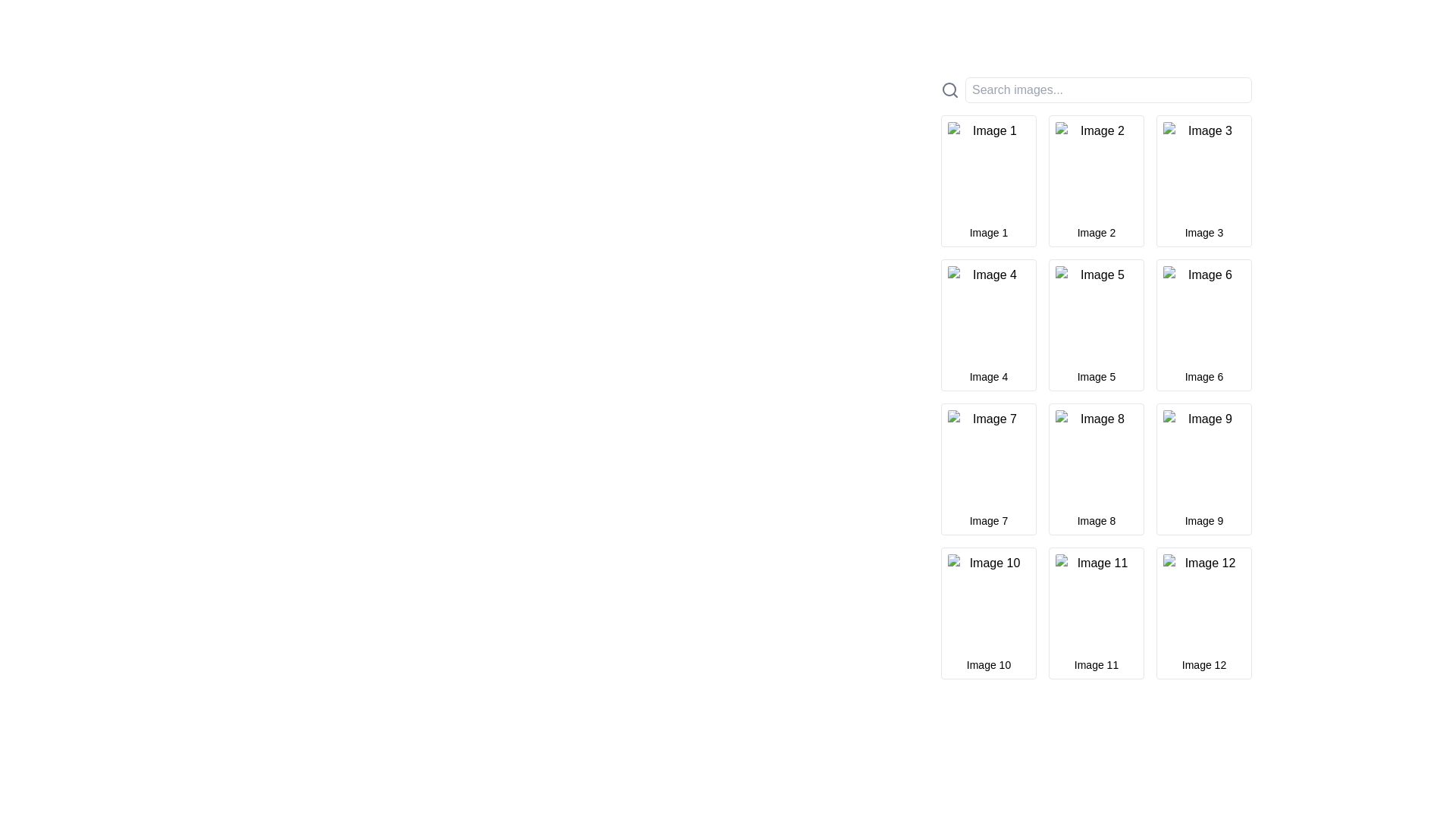 The width and height of the screenshot is (1456, 819). Describe the element at coordinates (989, 664) in the screenshot. I see `the text label displaying 'Image 10' located below the image thumbnail within the card-like structure` at that location.